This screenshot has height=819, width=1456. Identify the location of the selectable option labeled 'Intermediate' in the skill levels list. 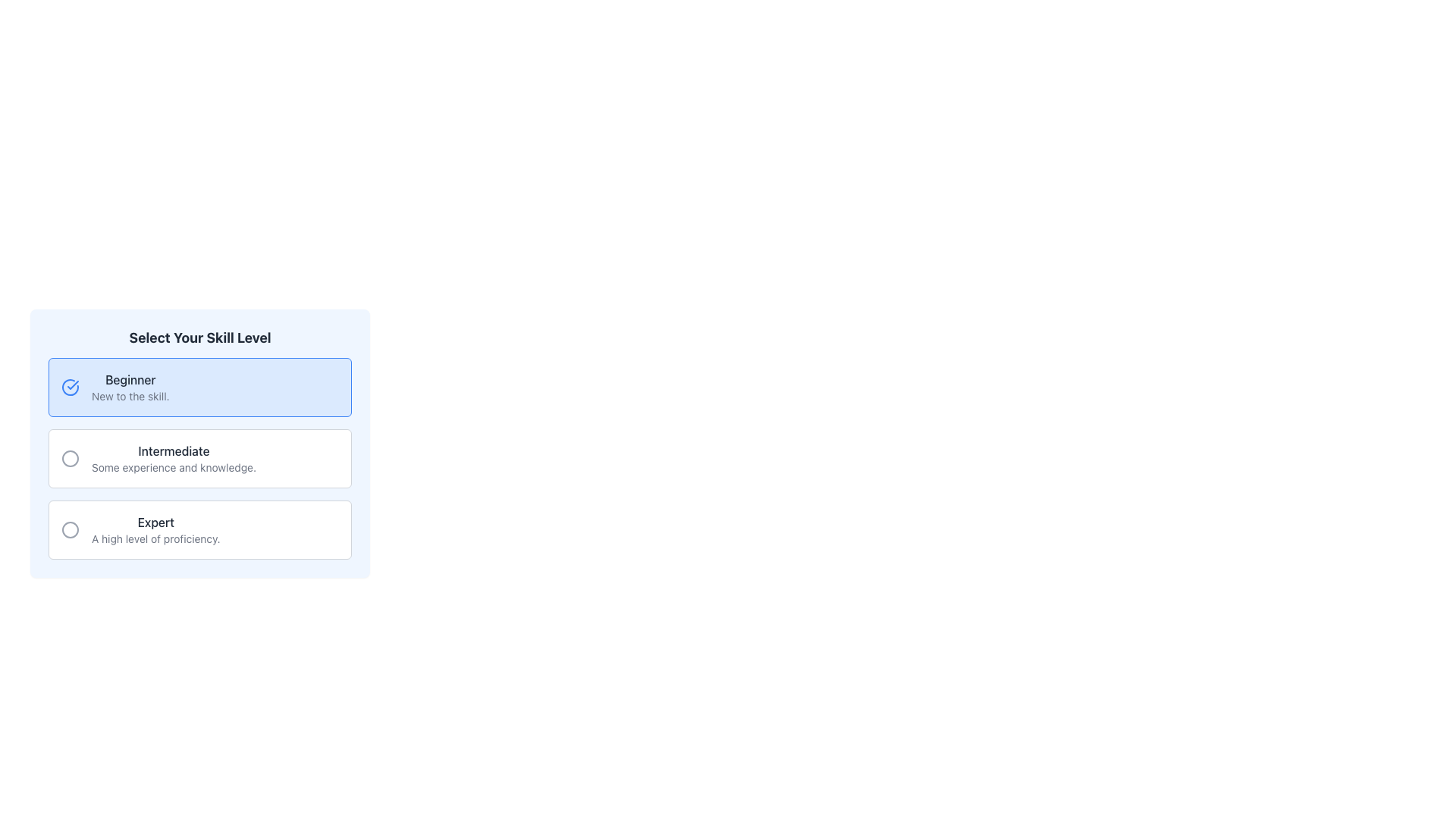
(174, 458).